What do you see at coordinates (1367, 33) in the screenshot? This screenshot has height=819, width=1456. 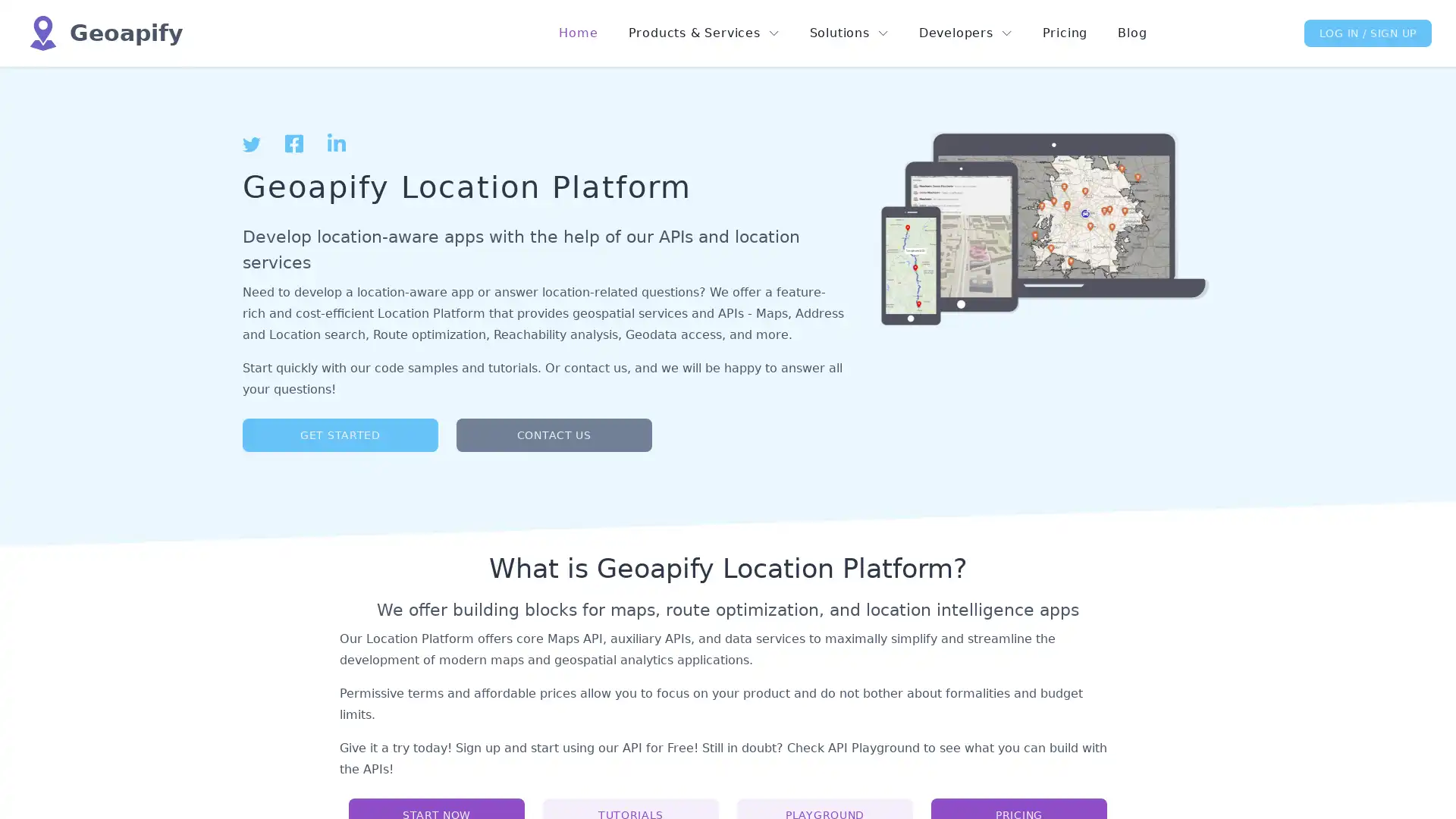 I see `LOG IN / SIGN UP` at bounding box center [1367, 33].